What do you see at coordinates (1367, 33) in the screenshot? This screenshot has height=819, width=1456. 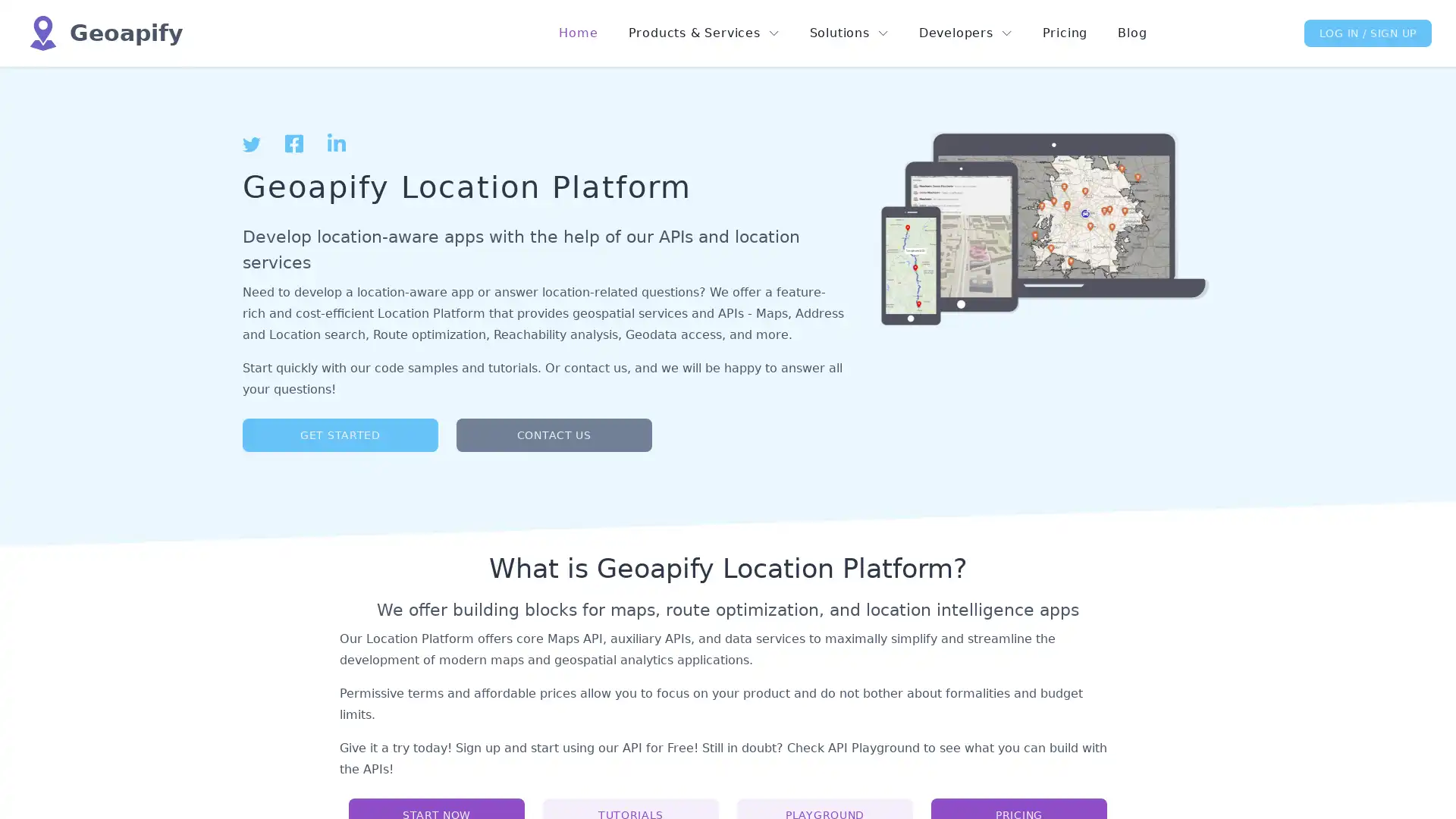 I see `LOG IN / SIGN UP` at bounding box center [1367, 33].